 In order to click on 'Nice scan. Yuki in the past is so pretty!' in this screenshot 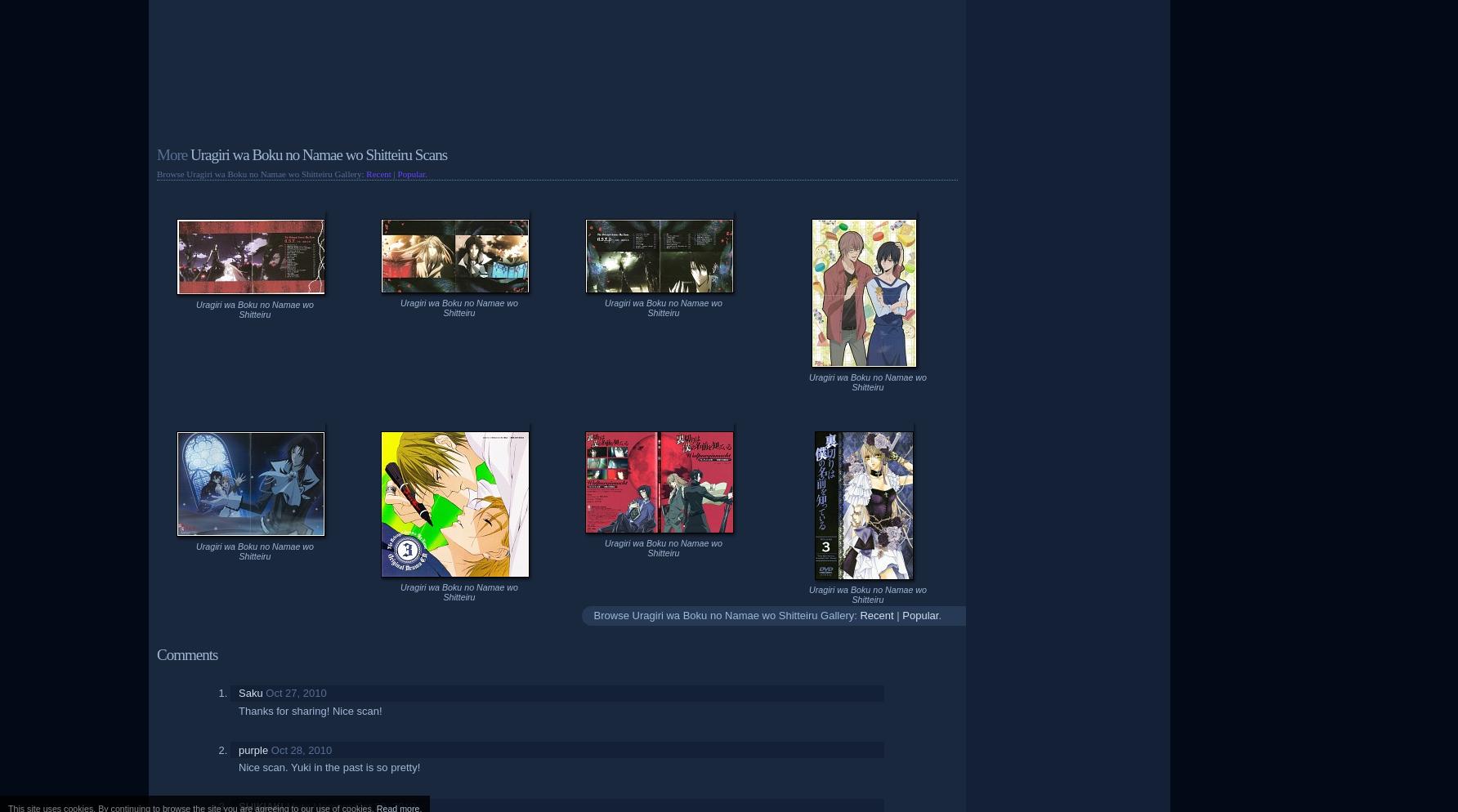, I will do `click(329, 767)`.